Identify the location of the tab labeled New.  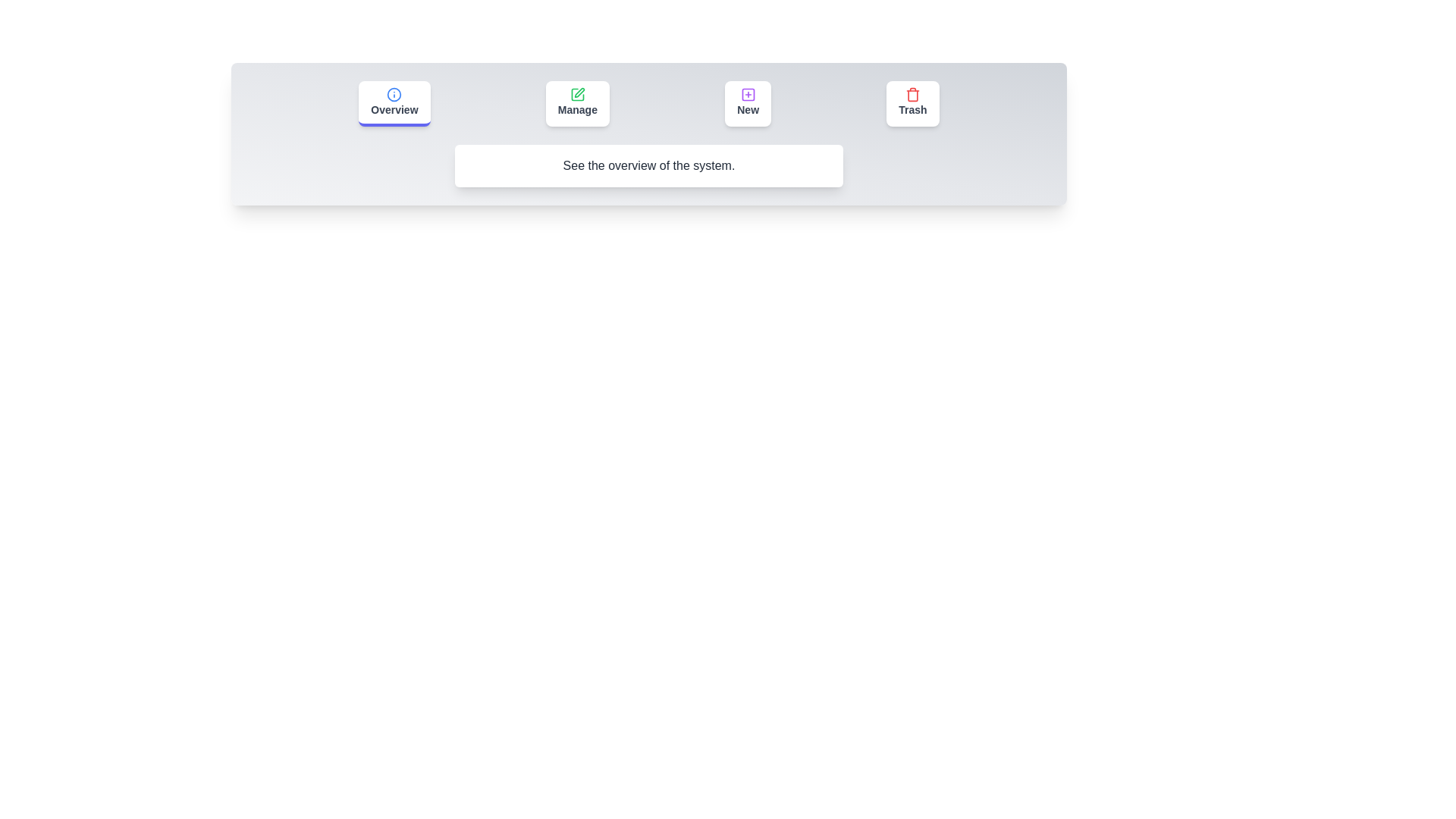
(747, 103).